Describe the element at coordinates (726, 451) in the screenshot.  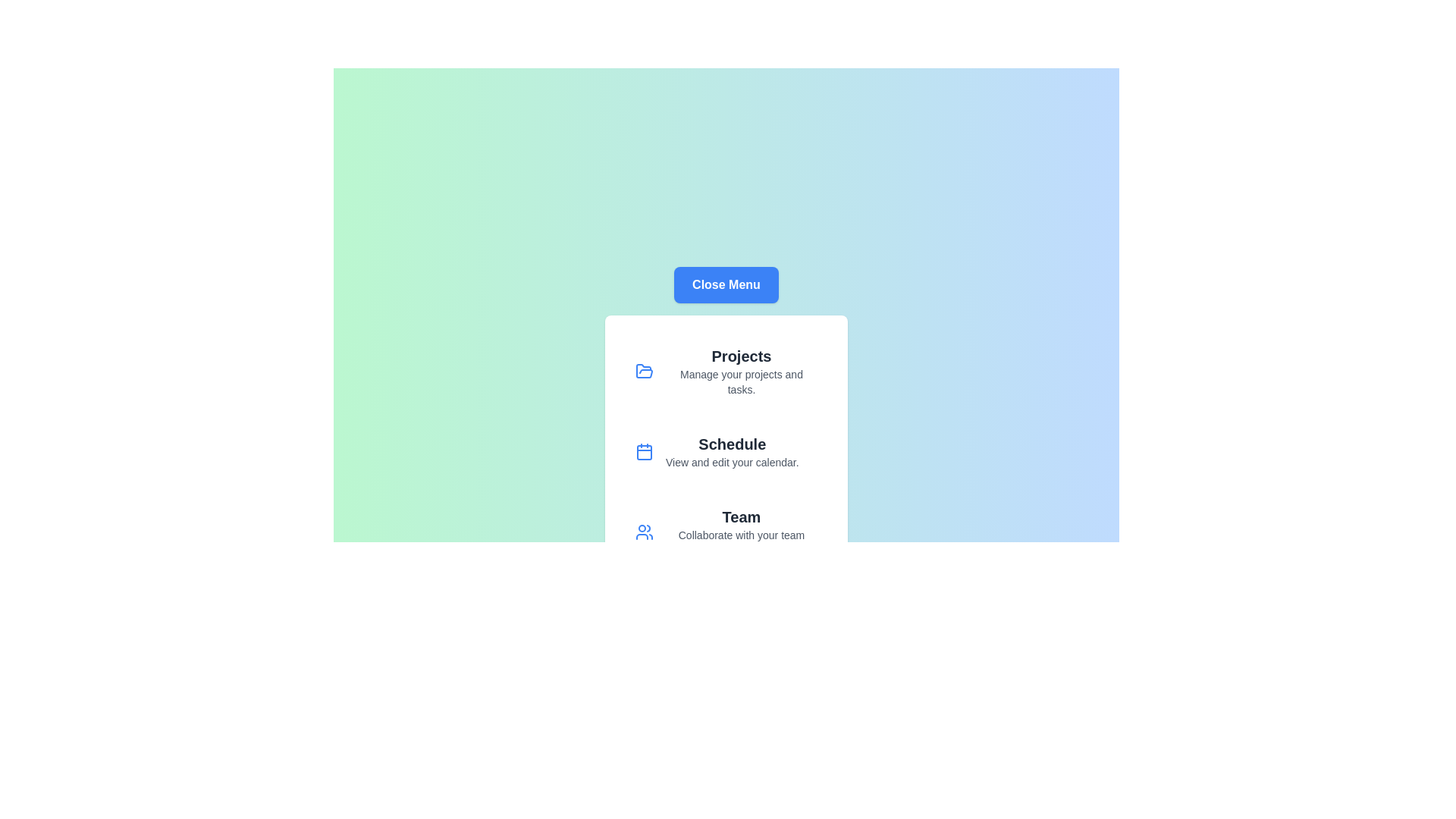
I see `the menu item corresponding to Schedule` at that location.